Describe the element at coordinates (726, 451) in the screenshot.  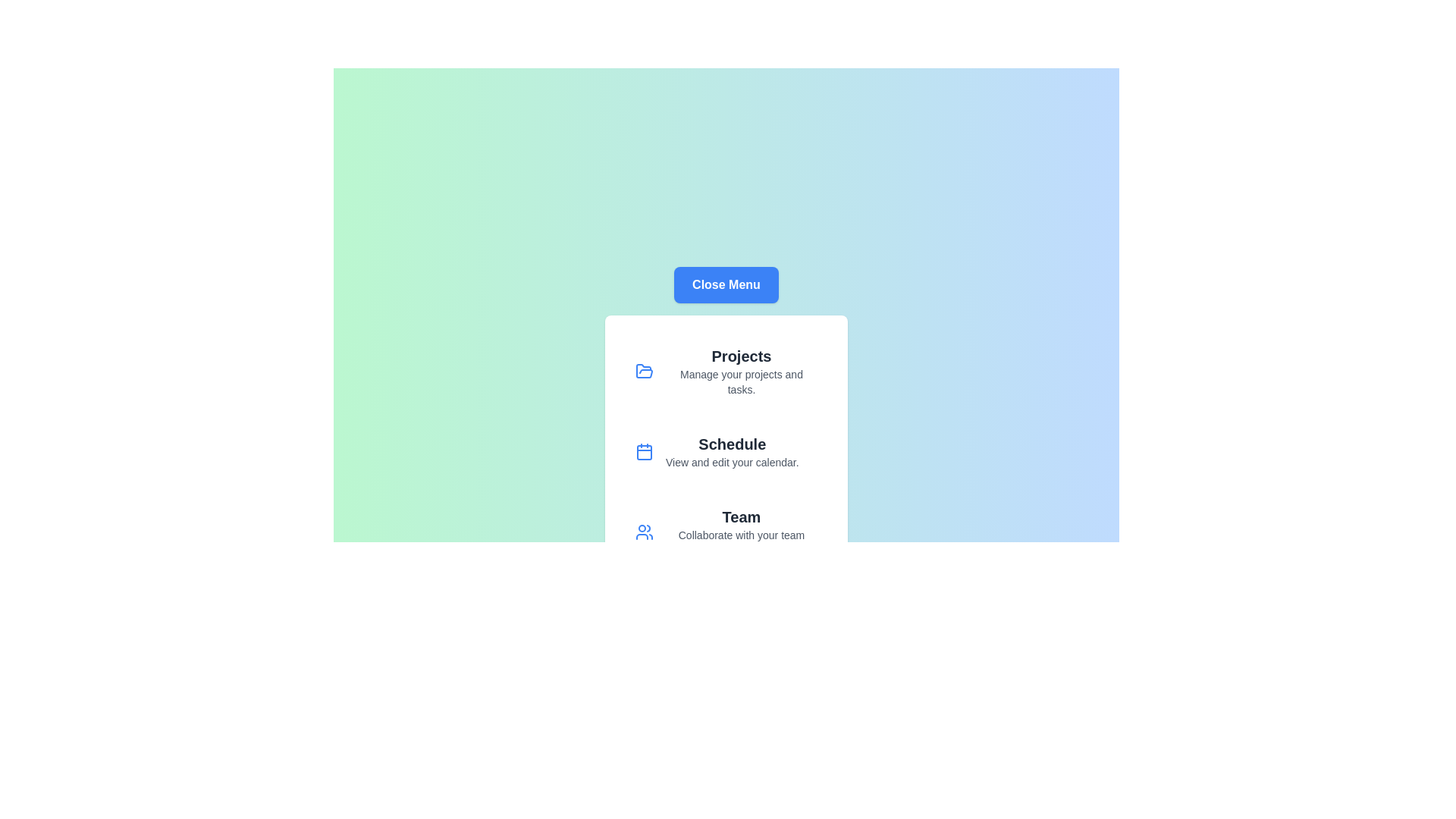
I see `the menu item corresponding to Schedule` at that location.